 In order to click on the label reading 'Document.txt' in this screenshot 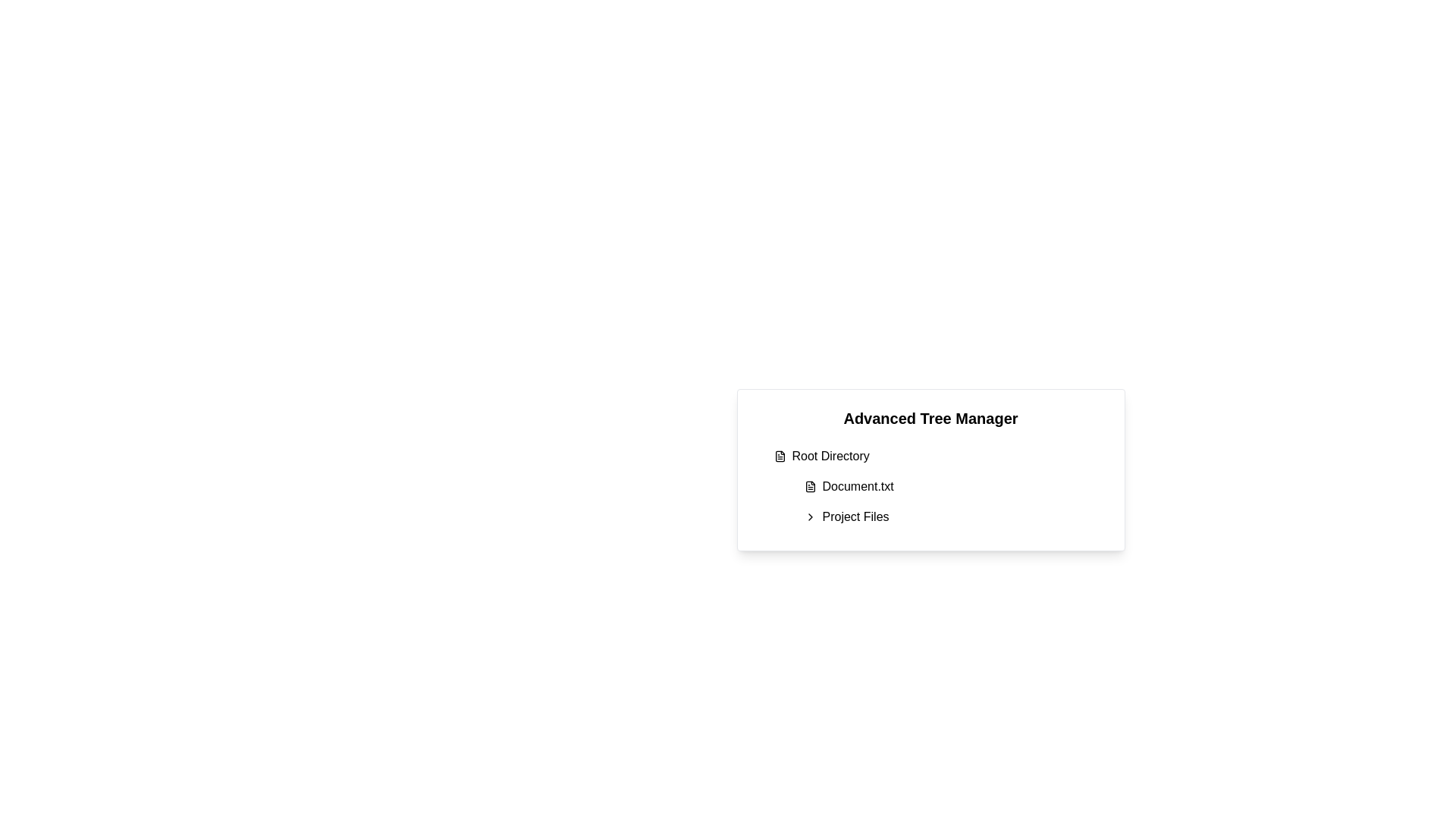, I will do `click(858, 486)`.